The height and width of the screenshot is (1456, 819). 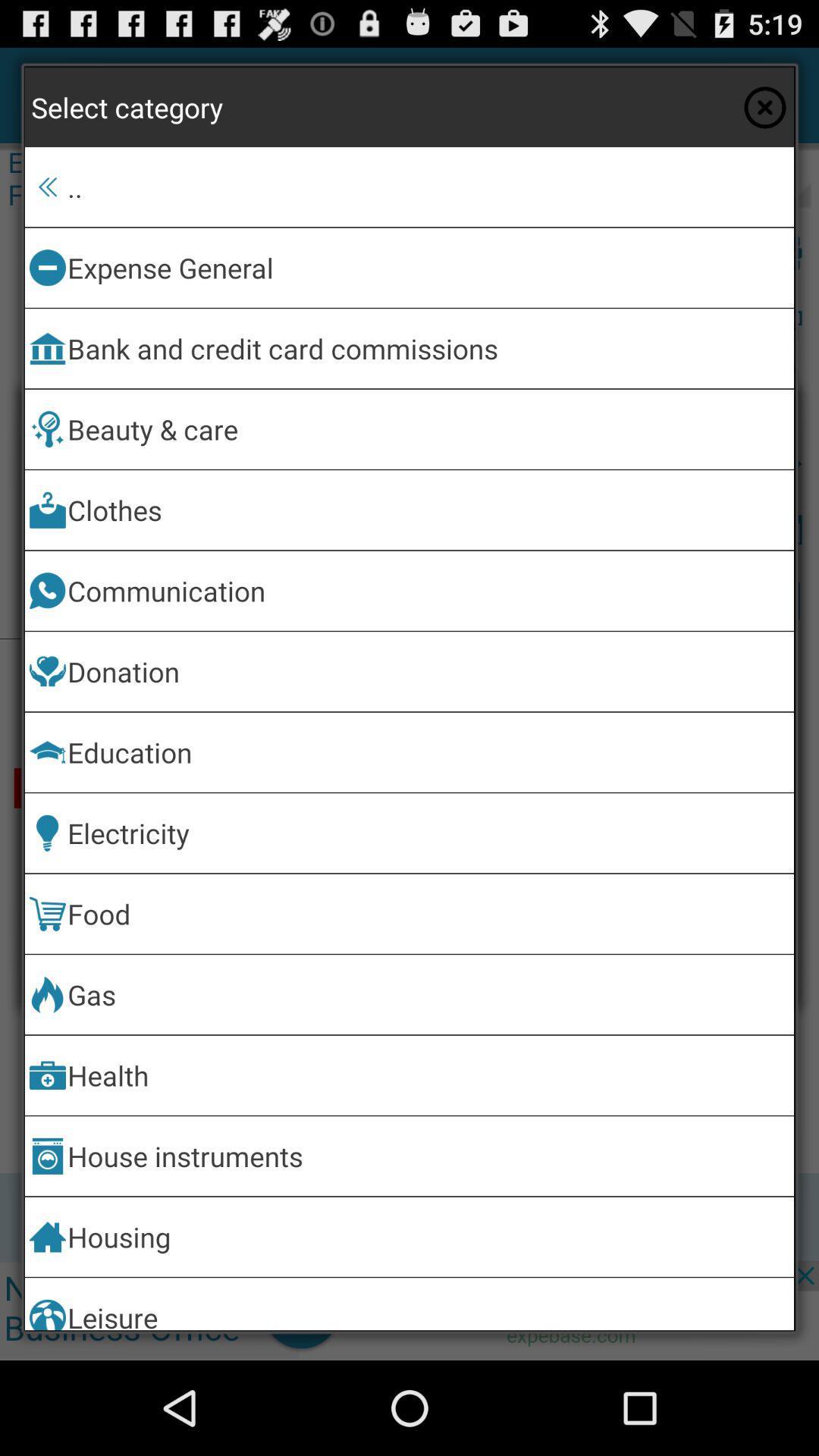 What do you see at coordinates (764, 114) in the screenshot?
I see `the close icon` at bounding box center [764, 114].